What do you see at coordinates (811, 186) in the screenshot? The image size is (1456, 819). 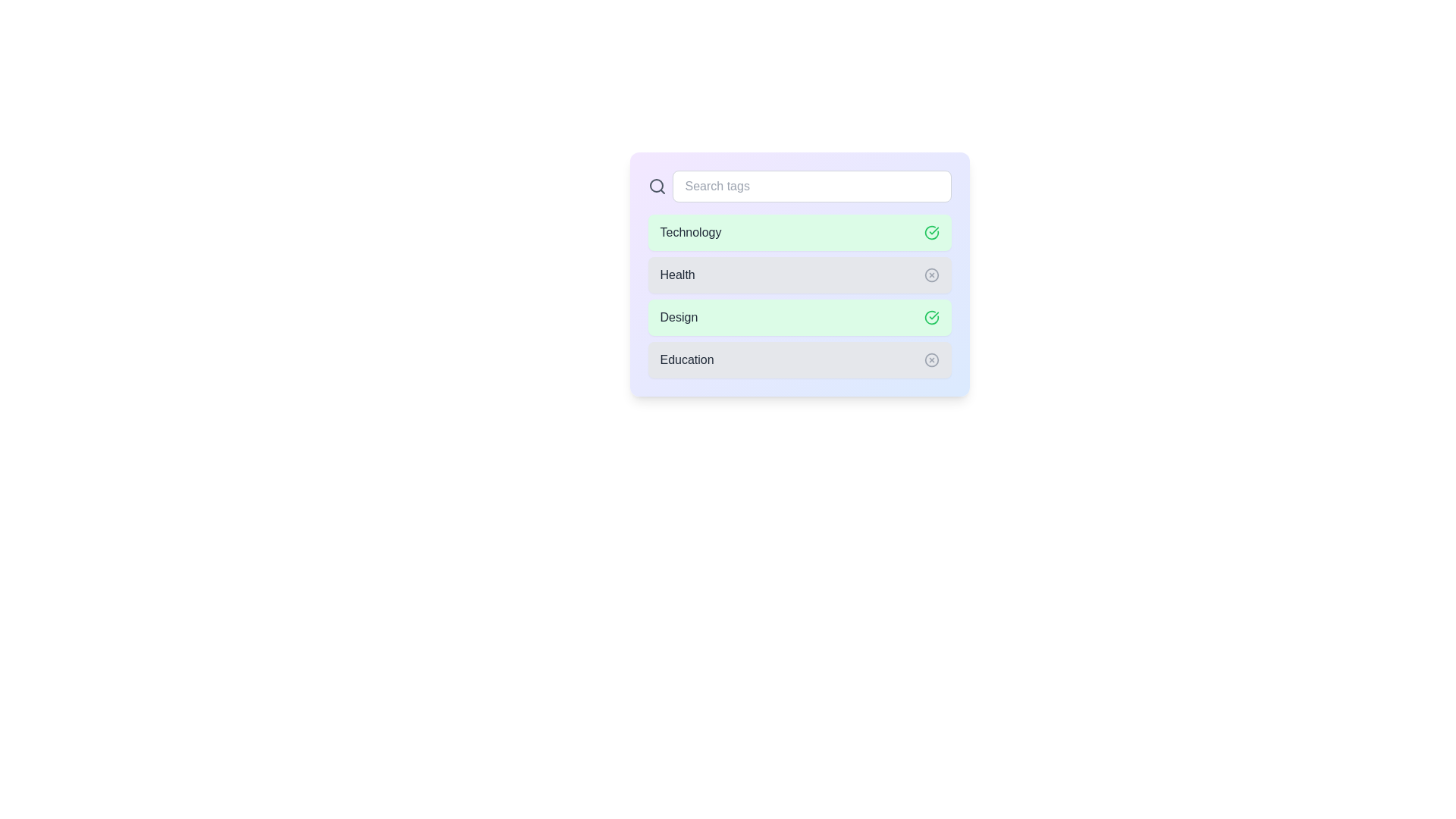 I see `the search input field to focus it` at bounding box center [811, 186].